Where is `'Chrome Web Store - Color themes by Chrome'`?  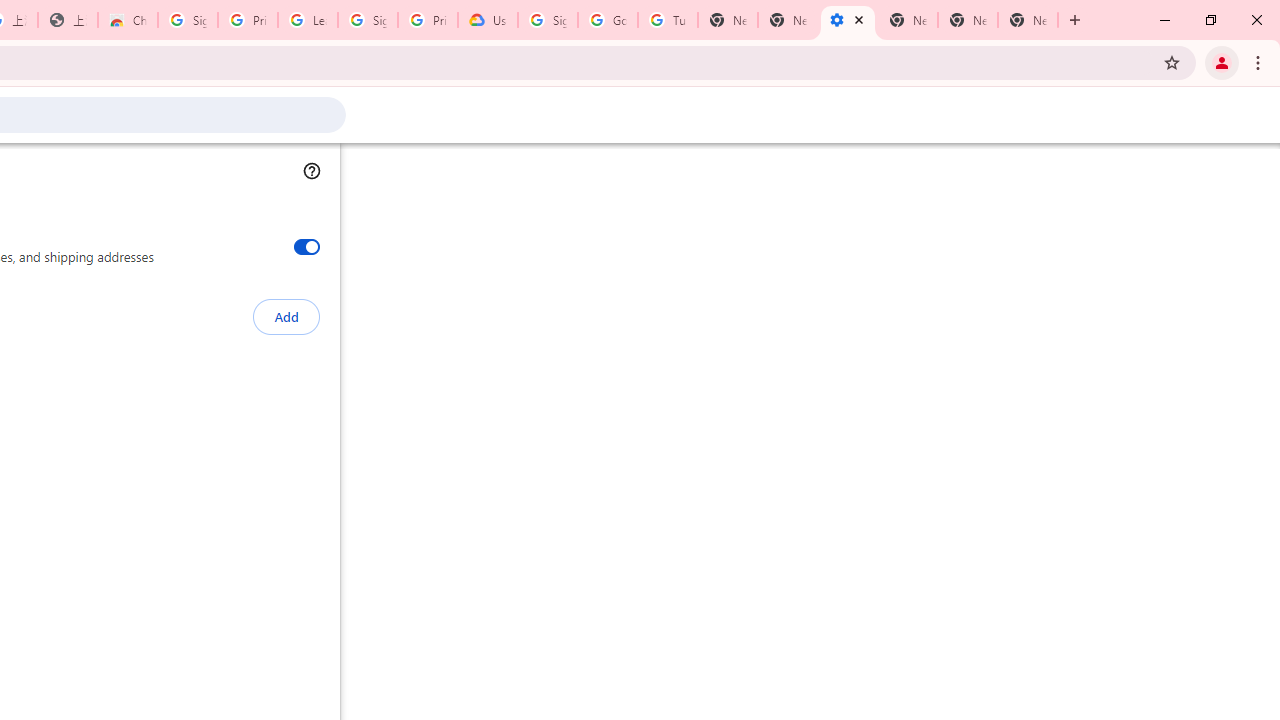
'Chrome Web Store - Color themes by Chrome' is located at coordinates (127, 20).